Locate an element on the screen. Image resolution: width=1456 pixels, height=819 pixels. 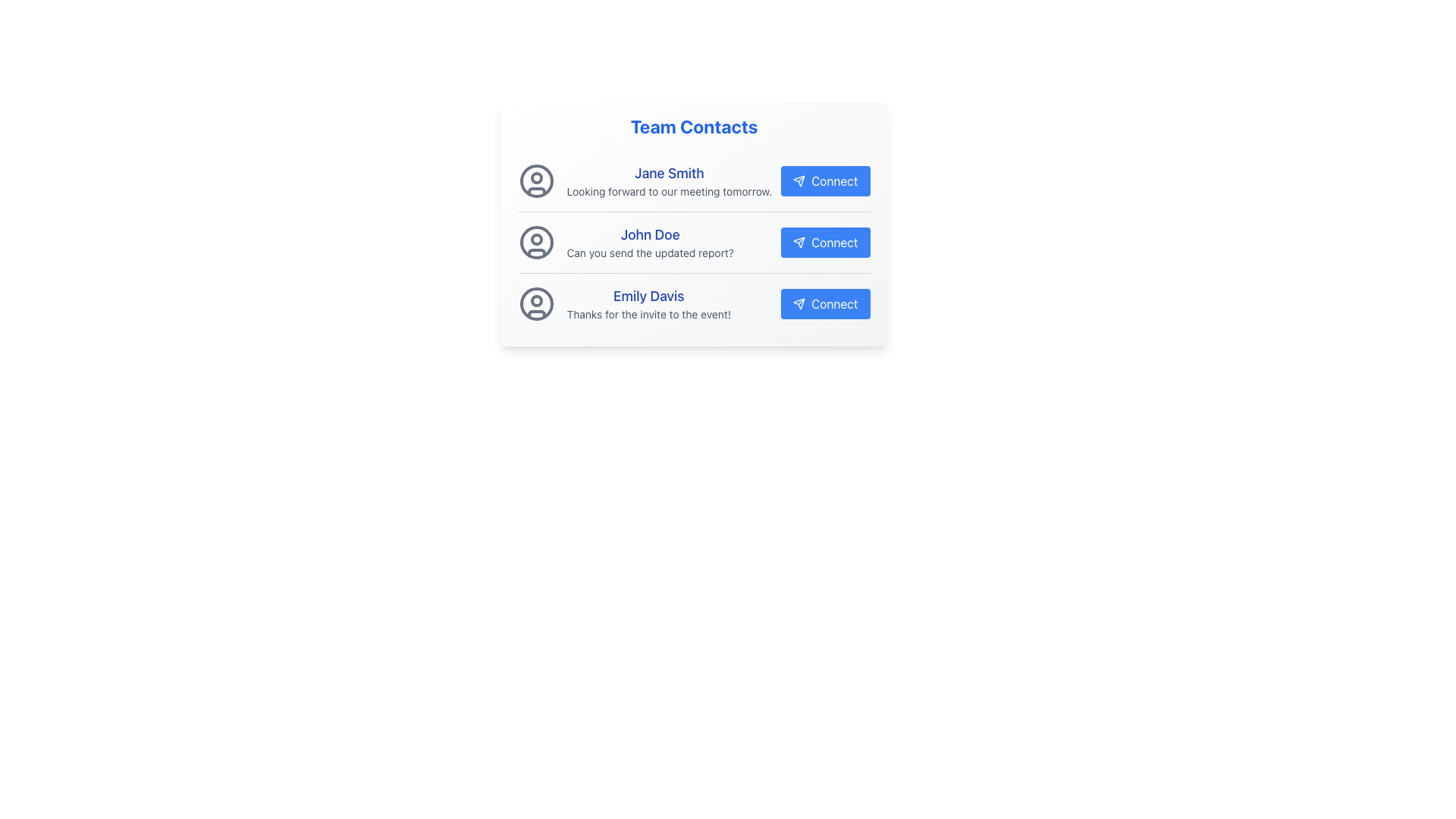
the status update text located in the bottom row of the 'Team Contacts' list, under the name 'Emily Davis', to the left of the 'Connect' button is located at coordinates (648, 314).